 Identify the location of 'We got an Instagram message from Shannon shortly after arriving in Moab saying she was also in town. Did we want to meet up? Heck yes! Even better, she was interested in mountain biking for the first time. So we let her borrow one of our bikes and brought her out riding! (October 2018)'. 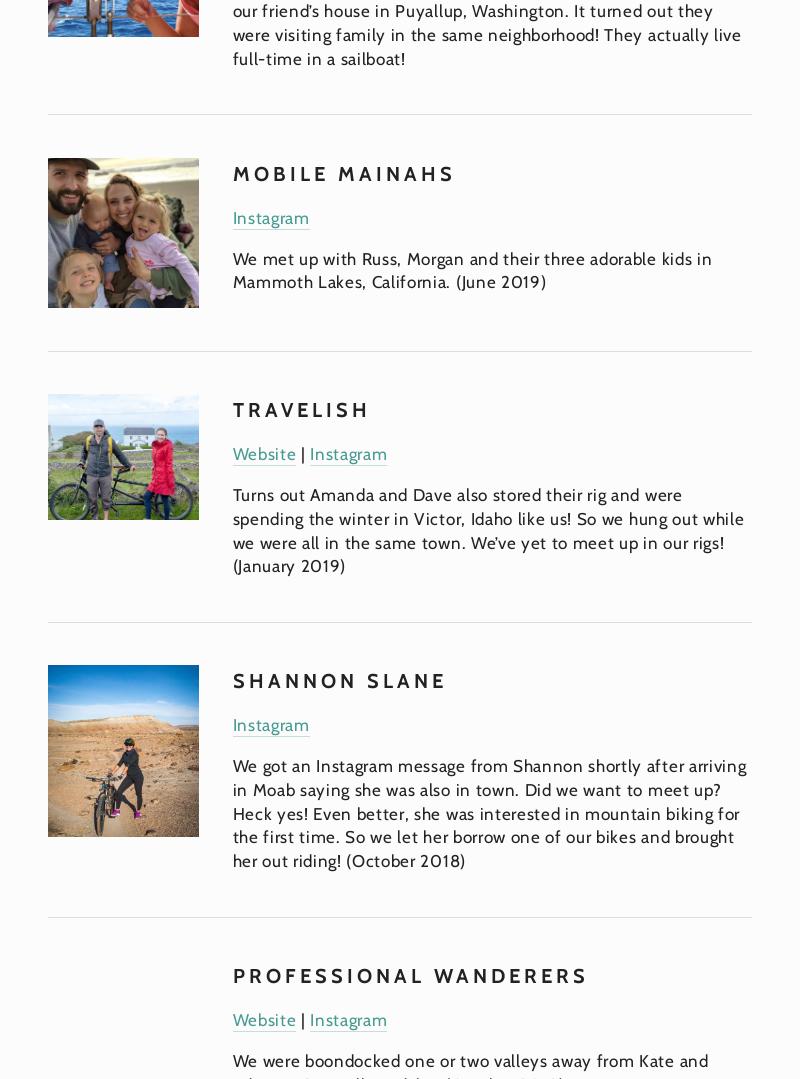
(491, 812).